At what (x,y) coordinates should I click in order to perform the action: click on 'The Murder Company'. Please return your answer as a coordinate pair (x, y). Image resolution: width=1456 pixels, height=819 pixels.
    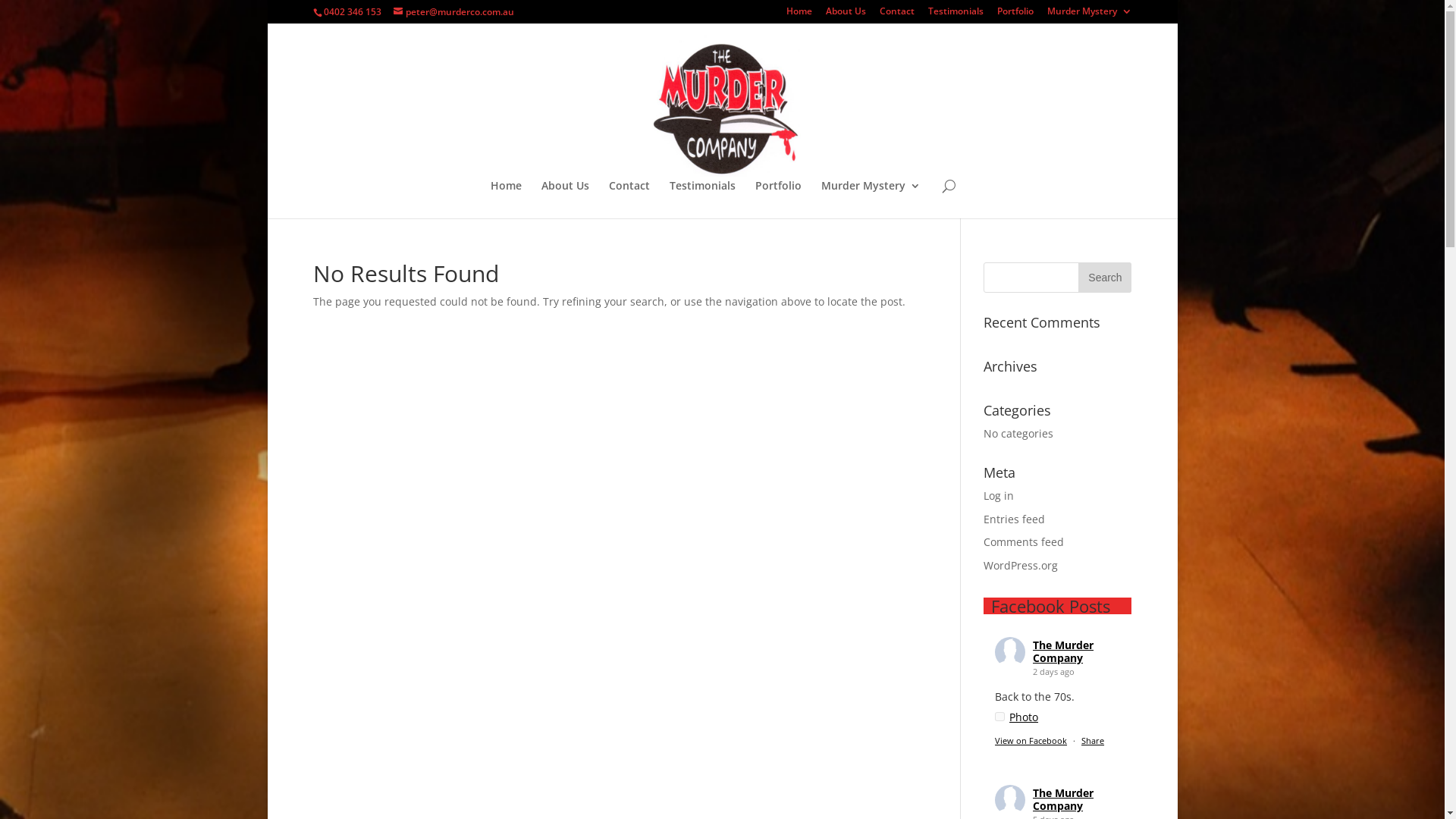
    Looking at the image, I should click on (1062, 798).